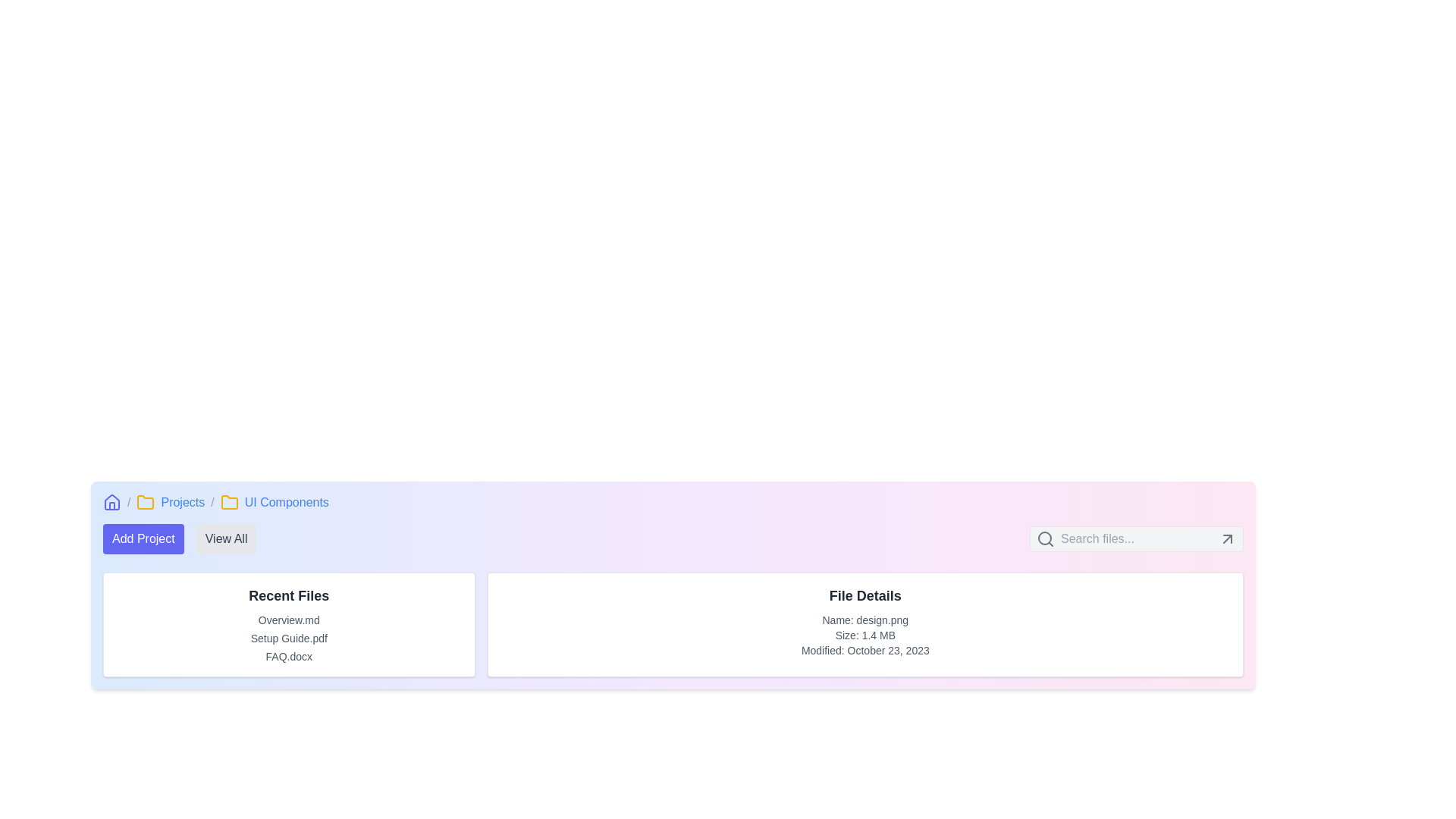 This screenshot has height=819, width=1456. I want to click on the second text line labeled 'Setup Guide.pdf' in the 'Recent Files' section, so click(289, 638).